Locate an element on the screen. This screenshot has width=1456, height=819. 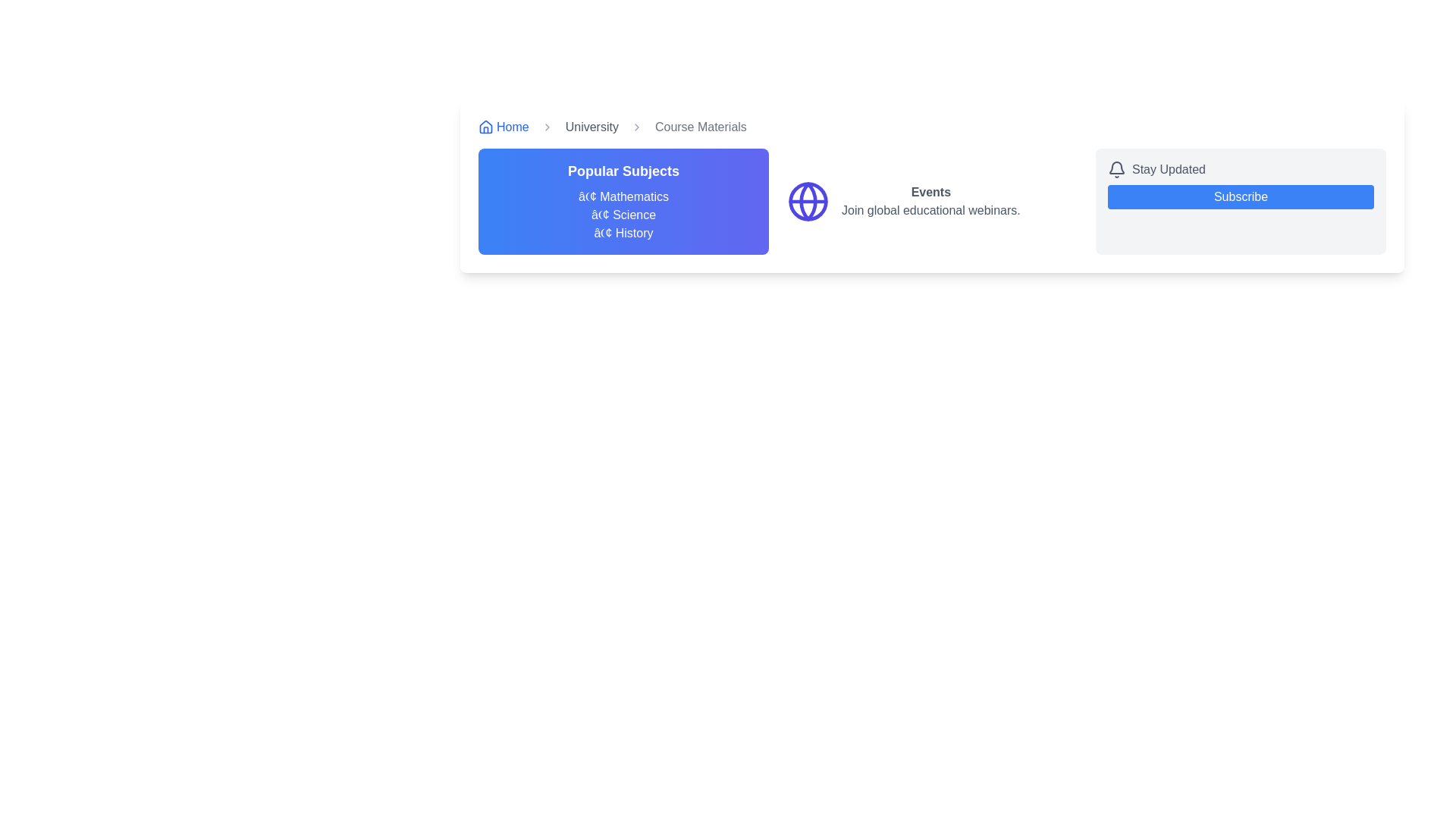
the 'University' text link in the breadcrumb navigation bar is located at coordinates (591, 127).